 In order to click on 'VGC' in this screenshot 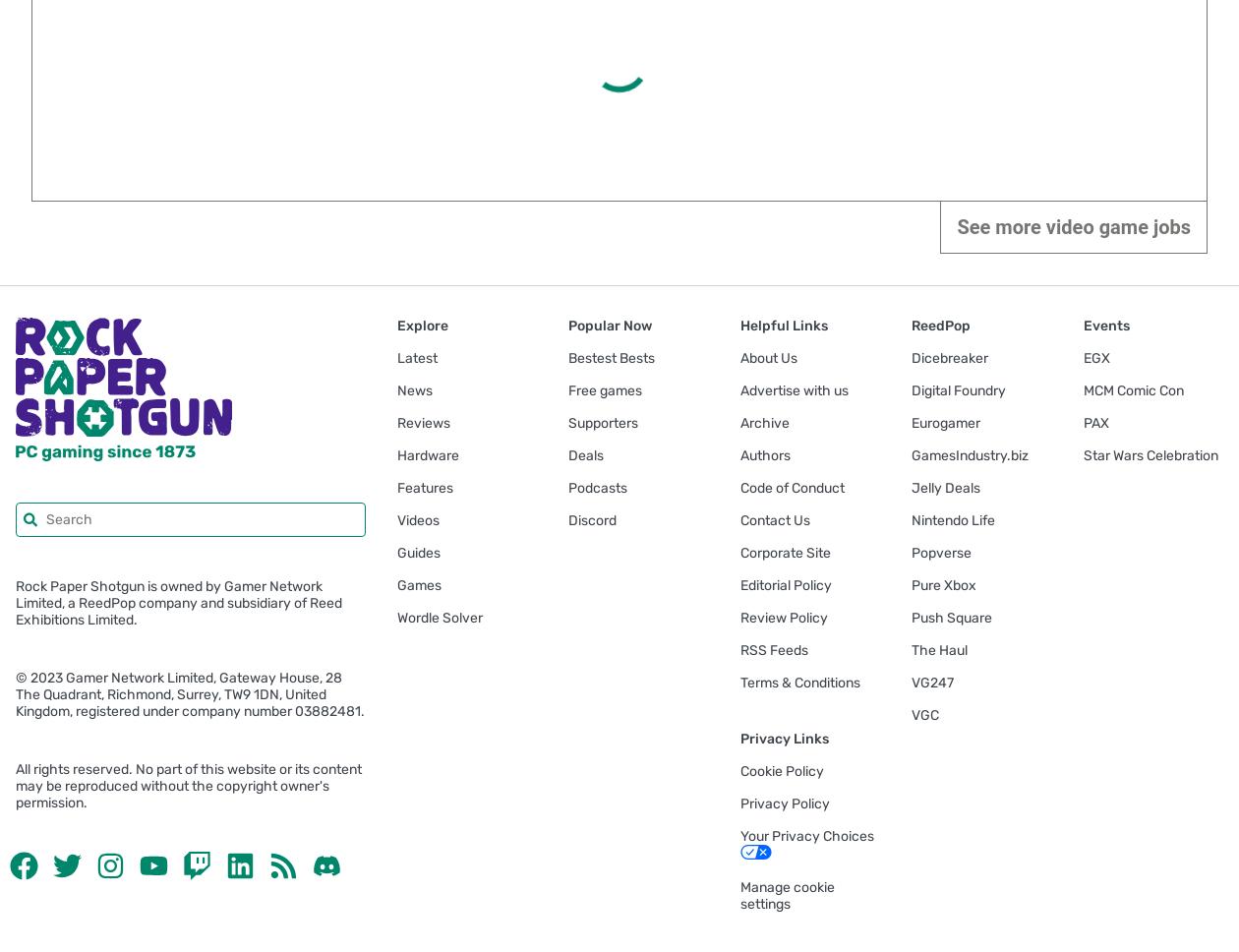, I will do `click(924, 715)`.